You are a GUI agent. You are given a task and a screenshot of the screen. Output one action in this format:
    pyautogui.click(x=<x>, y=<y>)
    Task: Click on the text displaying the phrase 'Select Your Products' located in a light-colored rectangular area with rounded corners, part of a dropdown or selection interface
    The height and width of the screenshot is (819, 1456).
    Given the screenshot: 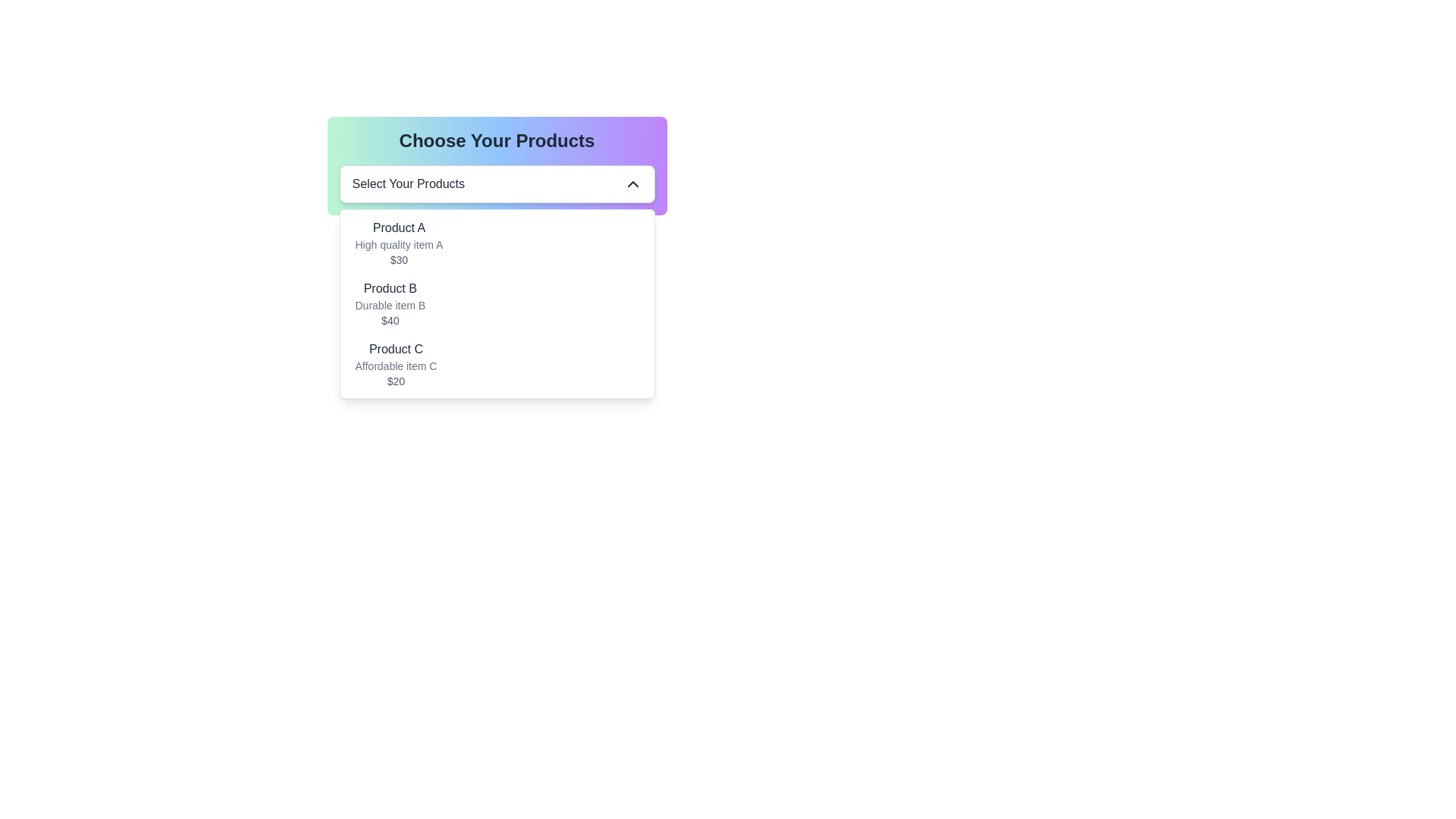 What is the action you would take?
    pyautogui.click(x=408, y=184)
    